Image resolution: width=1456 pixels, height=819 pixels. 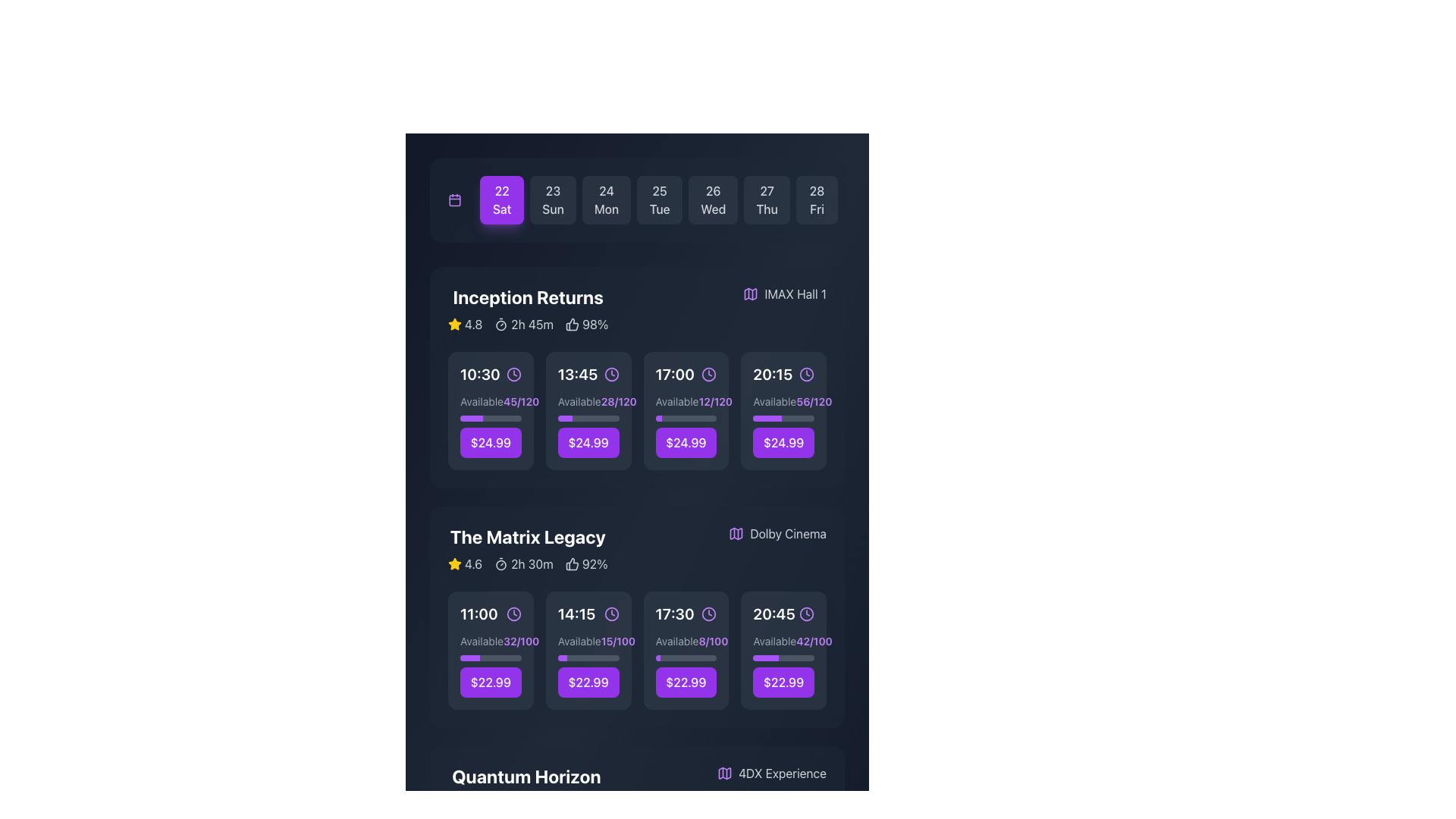 What do you see at coordinates (491, 400) in the screenshot?
I see `the text label displaying 'Available 45/120' which is located in the 'Inception Returns' section, below the time '10:30' and above a progress bar and a button displaying '$24.99'` at bounding box center [491, 400].